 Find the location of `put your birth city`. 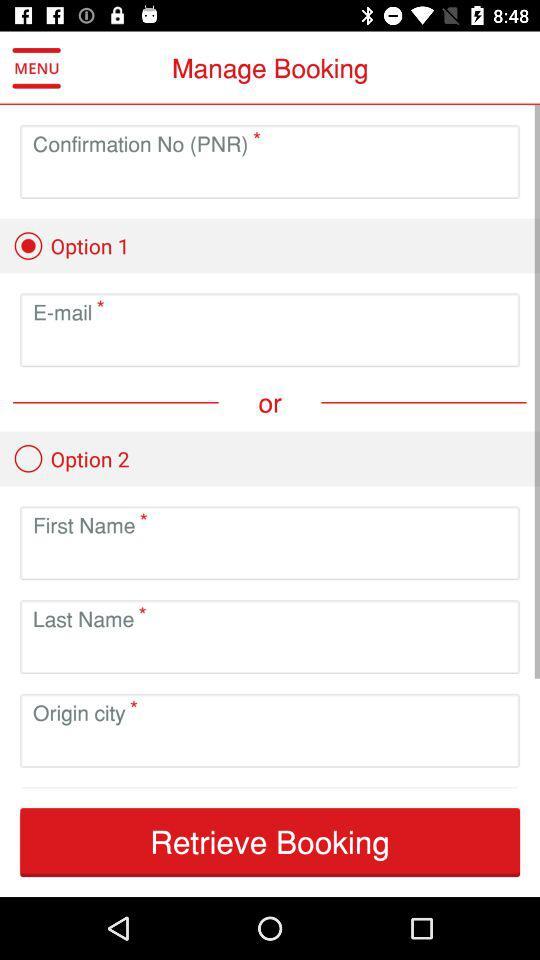

put your birth city is located at coordinates (270, 745).